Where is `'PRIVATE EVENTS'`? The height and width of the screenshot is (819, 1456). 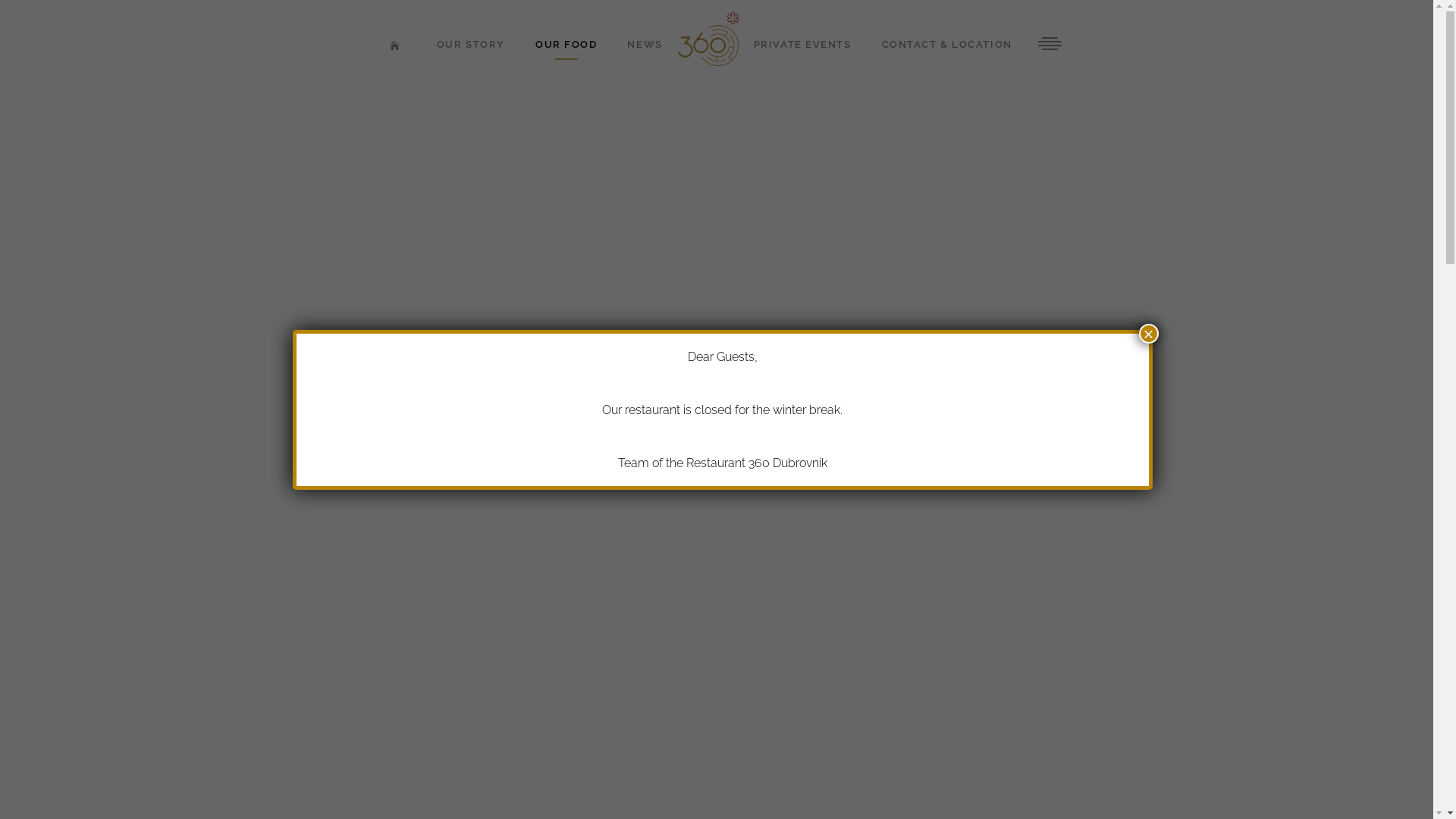
'PRIVATE EVENTS' is located at coordinates (802, 45).